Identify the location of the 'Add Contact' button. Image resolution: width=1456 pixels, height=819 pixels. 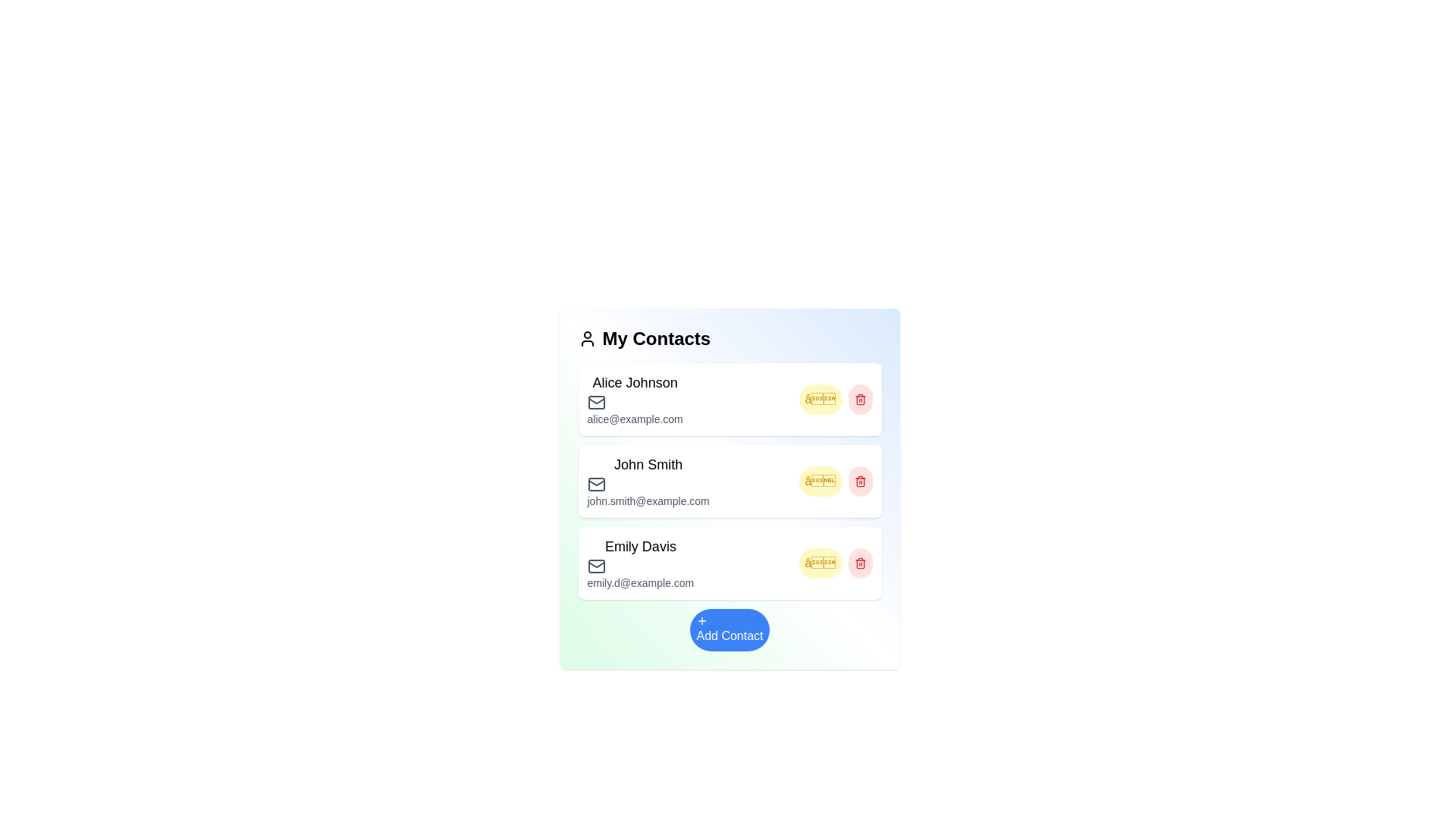
(730, 629).